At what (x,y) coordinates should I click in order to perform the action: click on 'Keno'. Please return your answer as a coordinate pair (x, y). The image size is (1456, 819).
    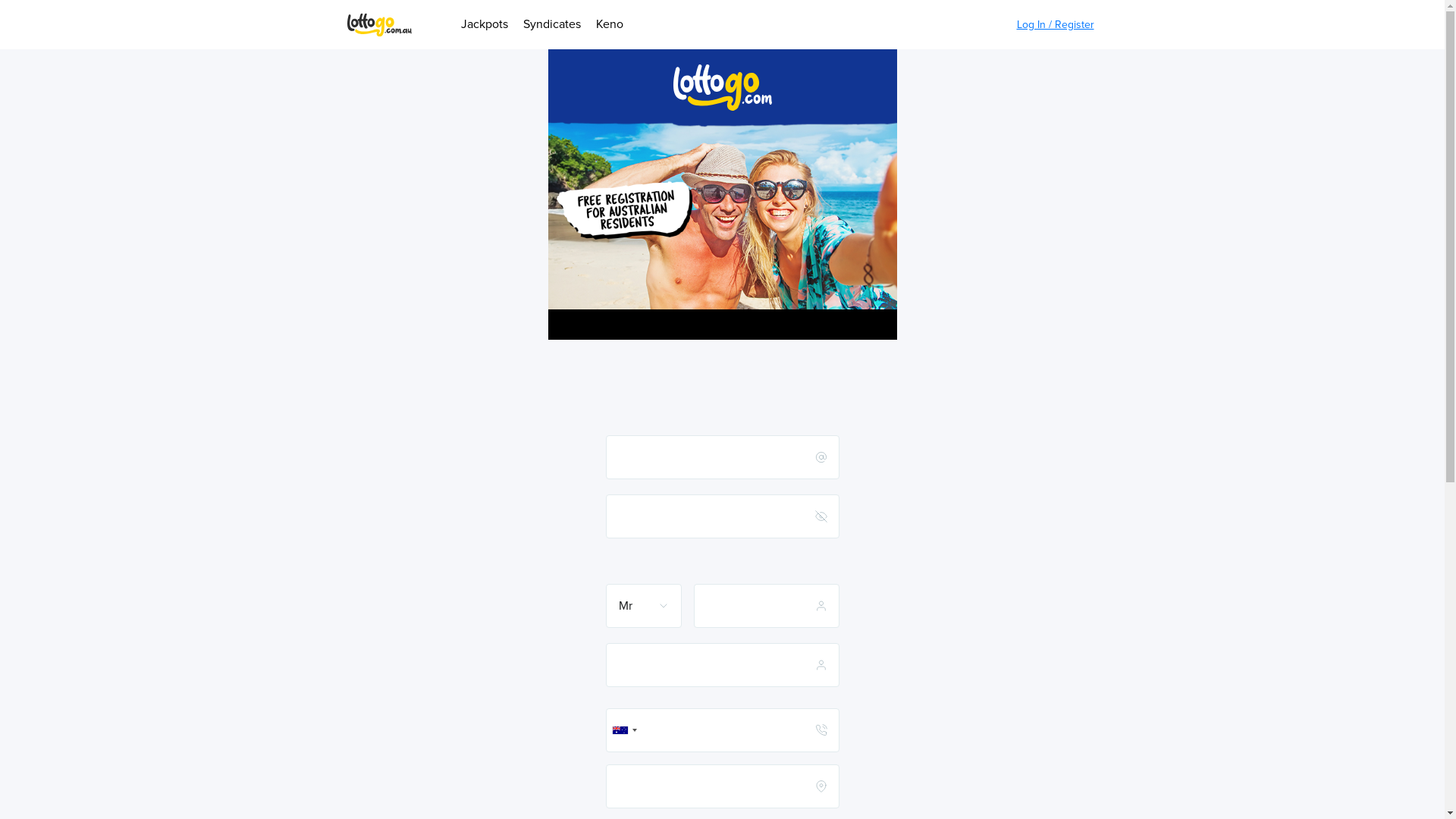
    Looking at the image, I should click on (609, 25).